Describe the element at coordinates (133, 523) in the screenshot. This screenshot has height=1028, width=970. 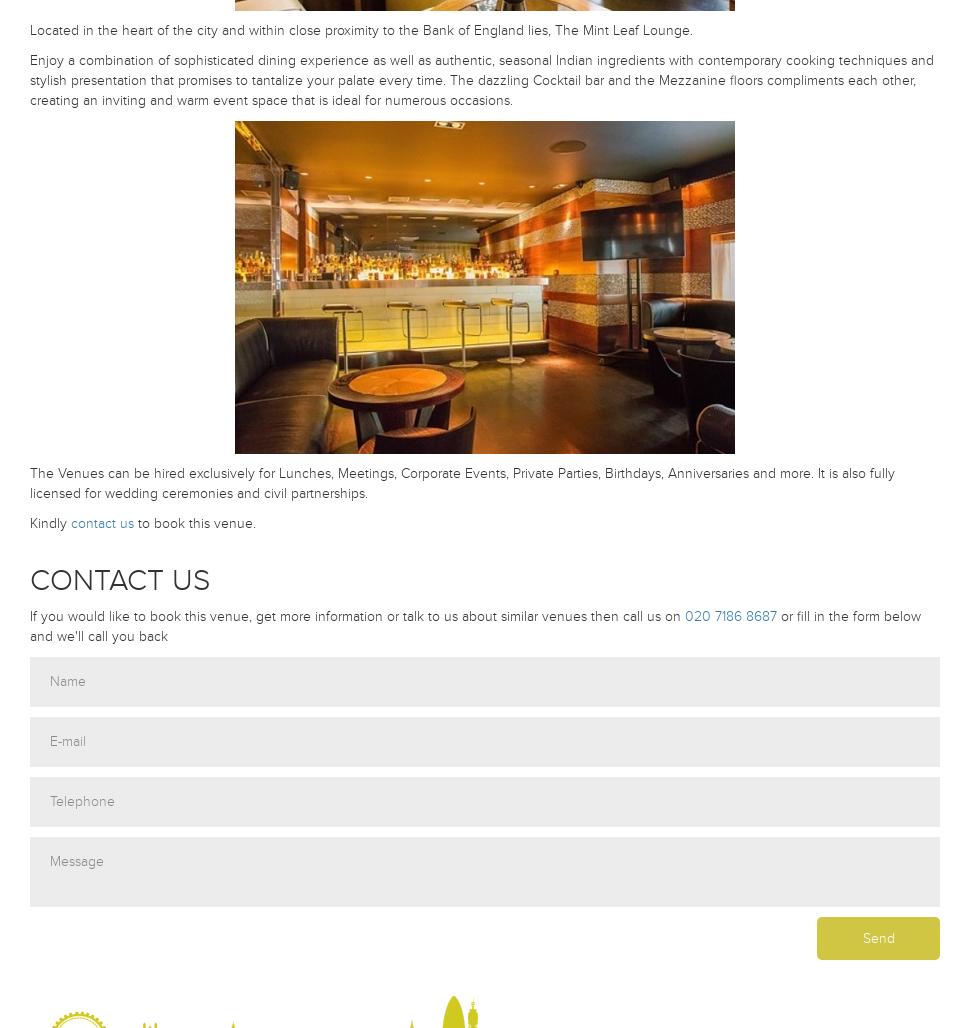
I see `'to book this venue.'` at that location.